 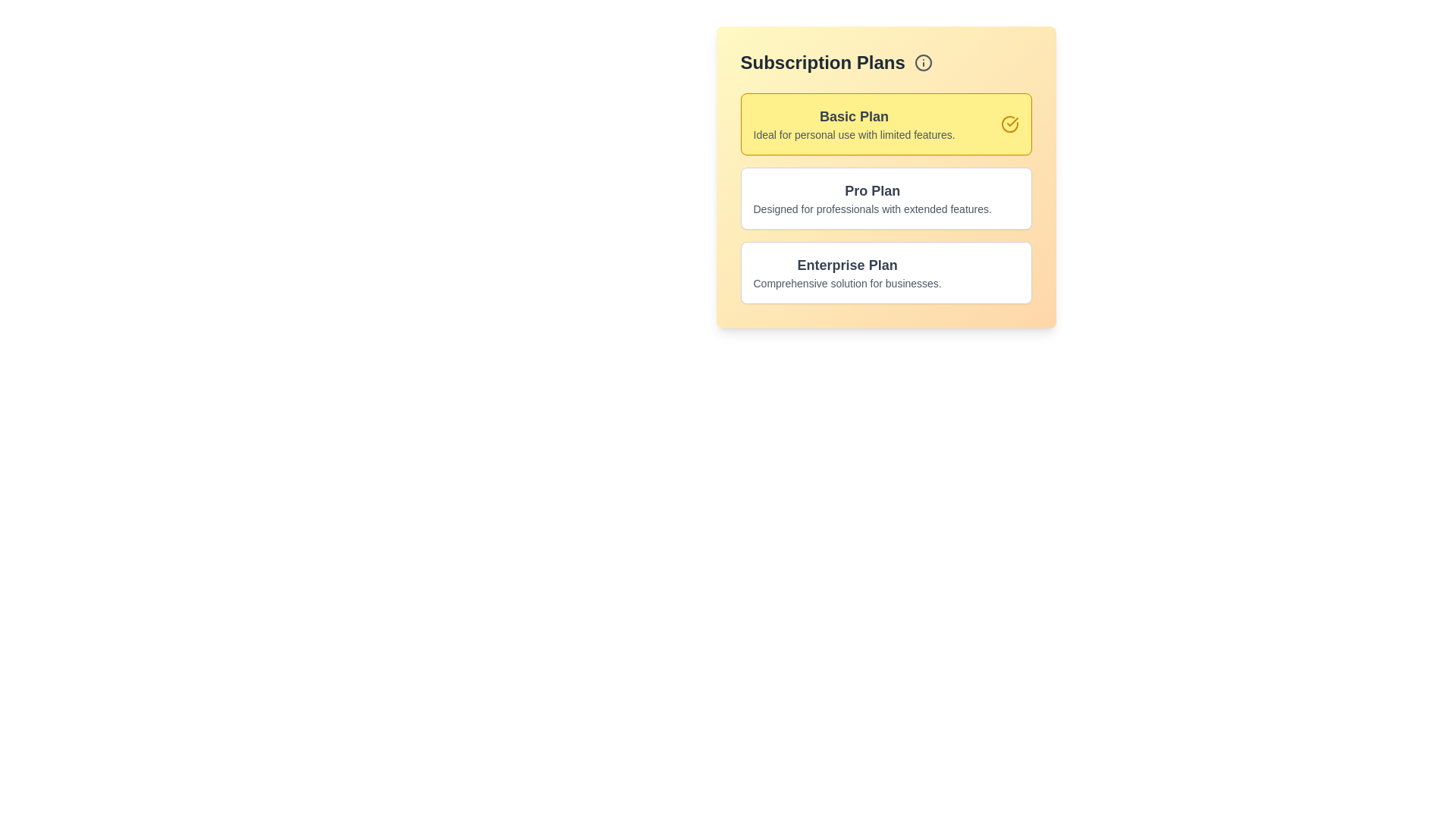 I want to click on the 'Pro Plan' subscription card, so click(x=886, y=198).